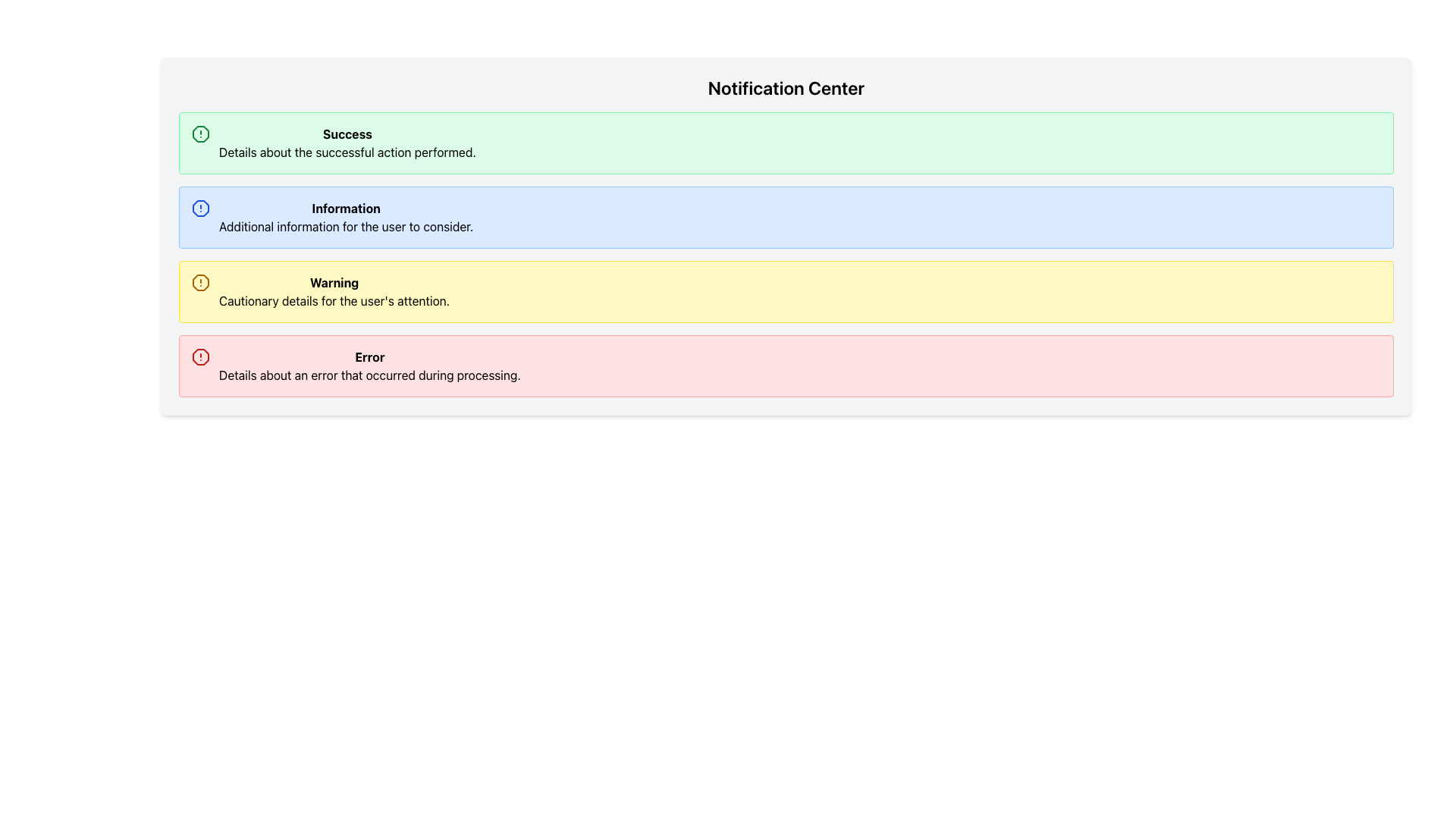 The image size is (1456, 819). What do you see at coordinates (345, 227) in the screenshot?
I see `the text element displaying 'Additional information for the user to consider.' located beneath the bold 'Information' heading in a blue notification box` at bounding box center [345, 227].